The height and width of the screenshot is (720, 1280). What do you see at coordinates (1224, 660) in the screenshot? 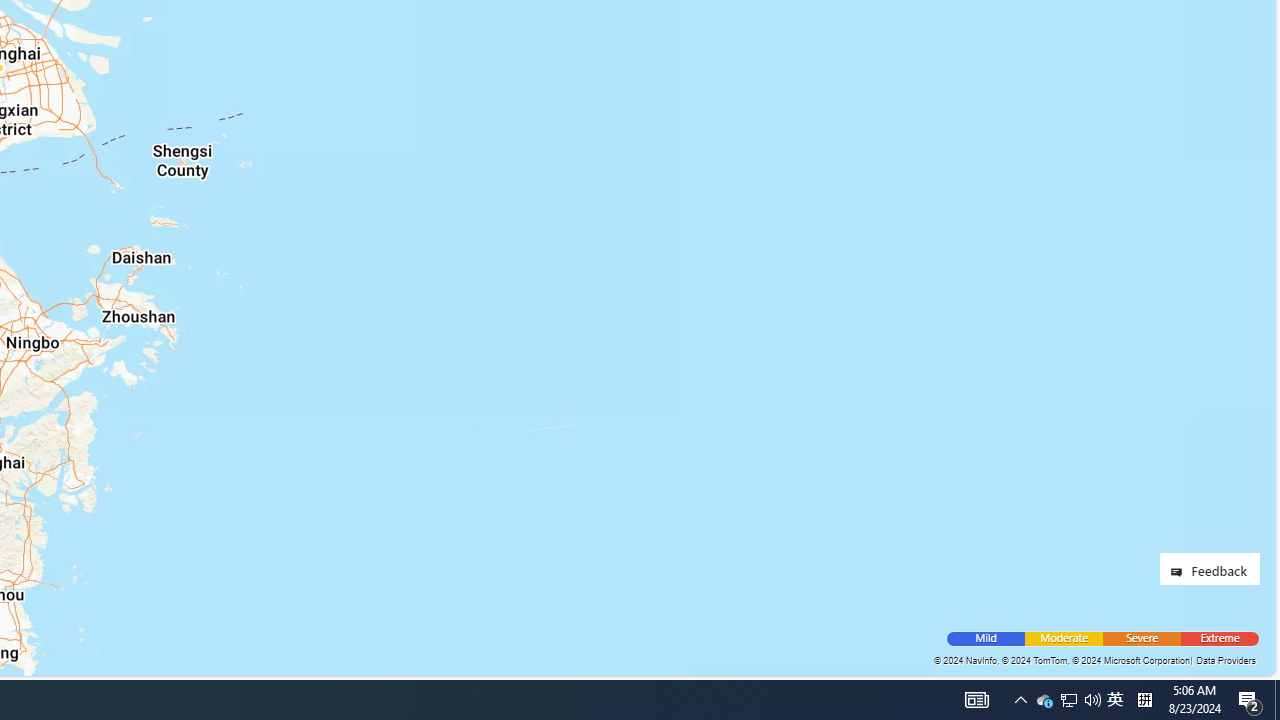
I see `'Data Providers'` at bounding box center [1224, 660].